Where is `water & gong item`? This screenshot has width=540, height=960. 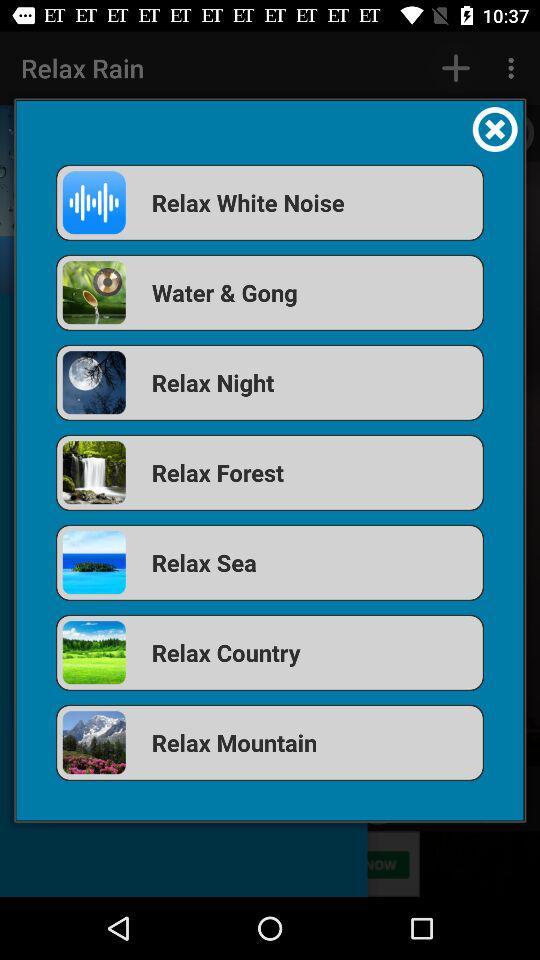 water & gong item is located at coordinates (270, 291).